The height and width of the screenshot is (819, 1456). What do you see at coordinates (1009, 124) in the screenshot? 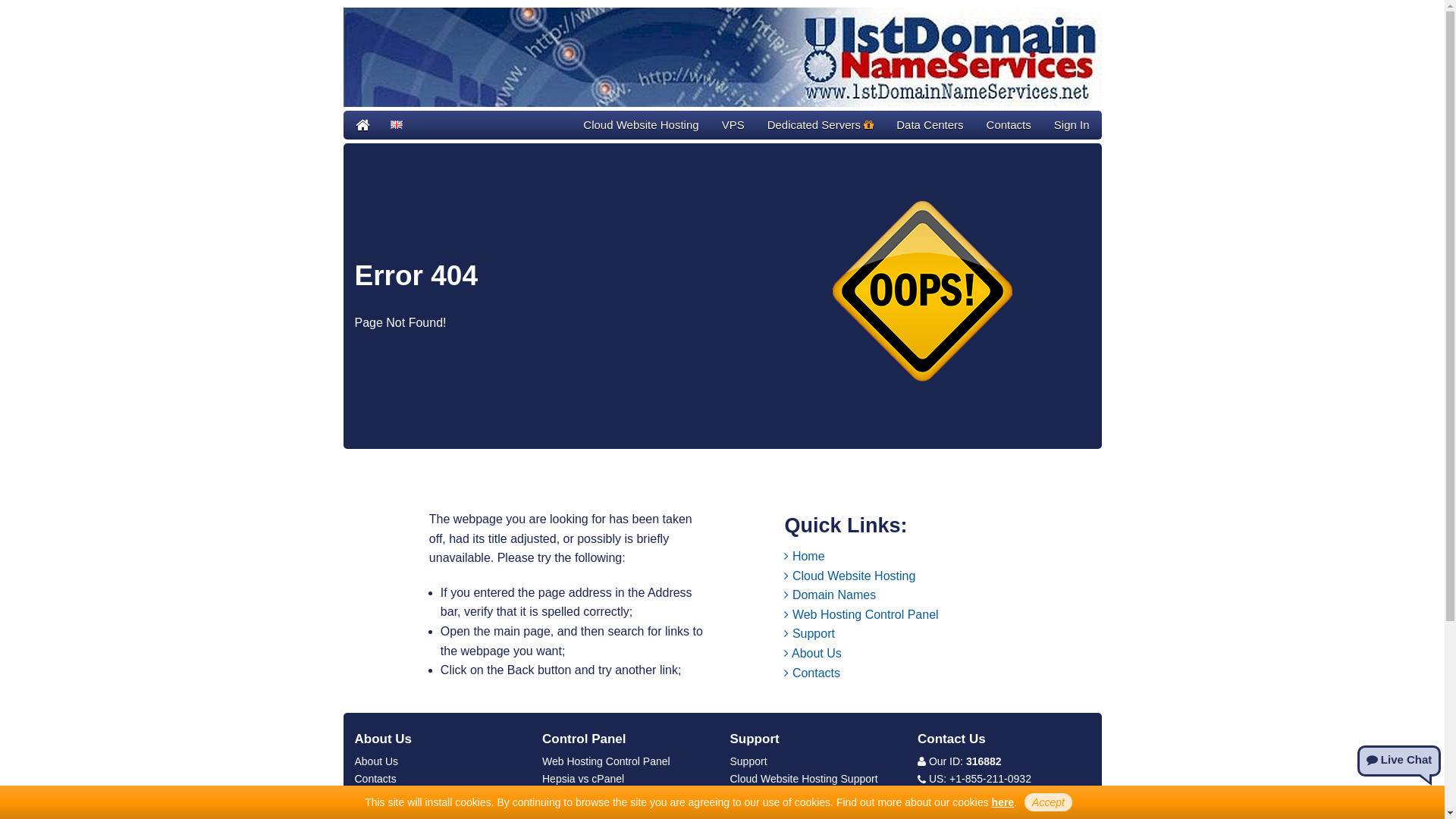
I see `'Contacts'` at bounding box center [1009, 124].